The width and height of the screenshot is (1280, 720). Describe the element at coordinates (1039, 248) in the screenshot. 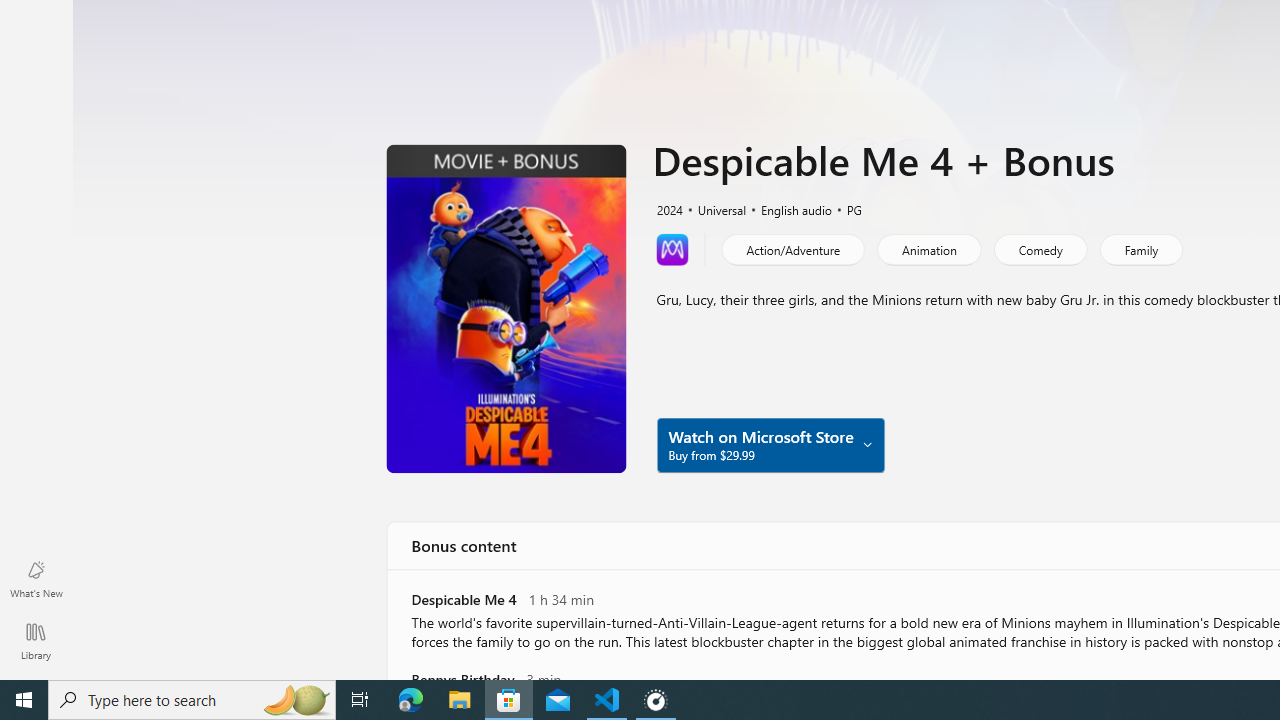

I see `'Comedy'` at that location.